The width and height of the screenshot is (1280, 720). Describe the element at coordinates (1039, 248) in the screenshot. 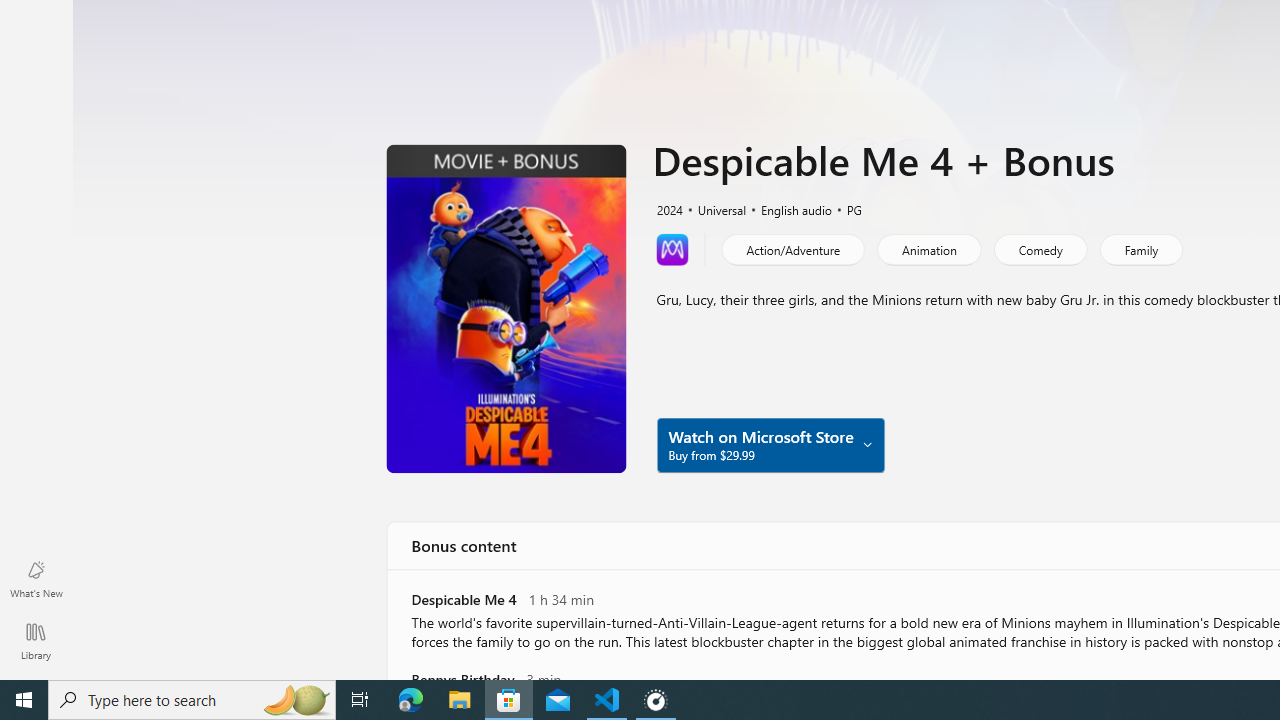

I see `'Comedy'` at that location.